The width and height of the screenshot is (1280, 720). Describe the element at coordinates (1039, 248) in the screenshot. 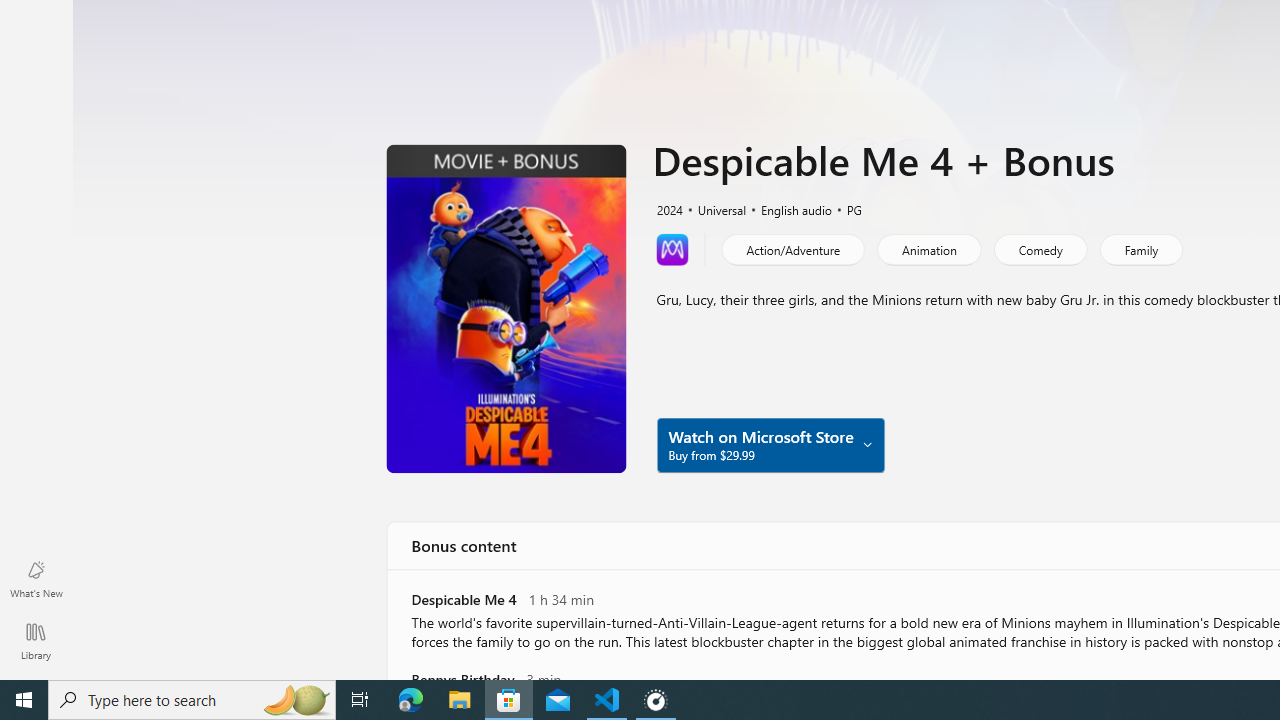

I see `'Comedy'` at that location.